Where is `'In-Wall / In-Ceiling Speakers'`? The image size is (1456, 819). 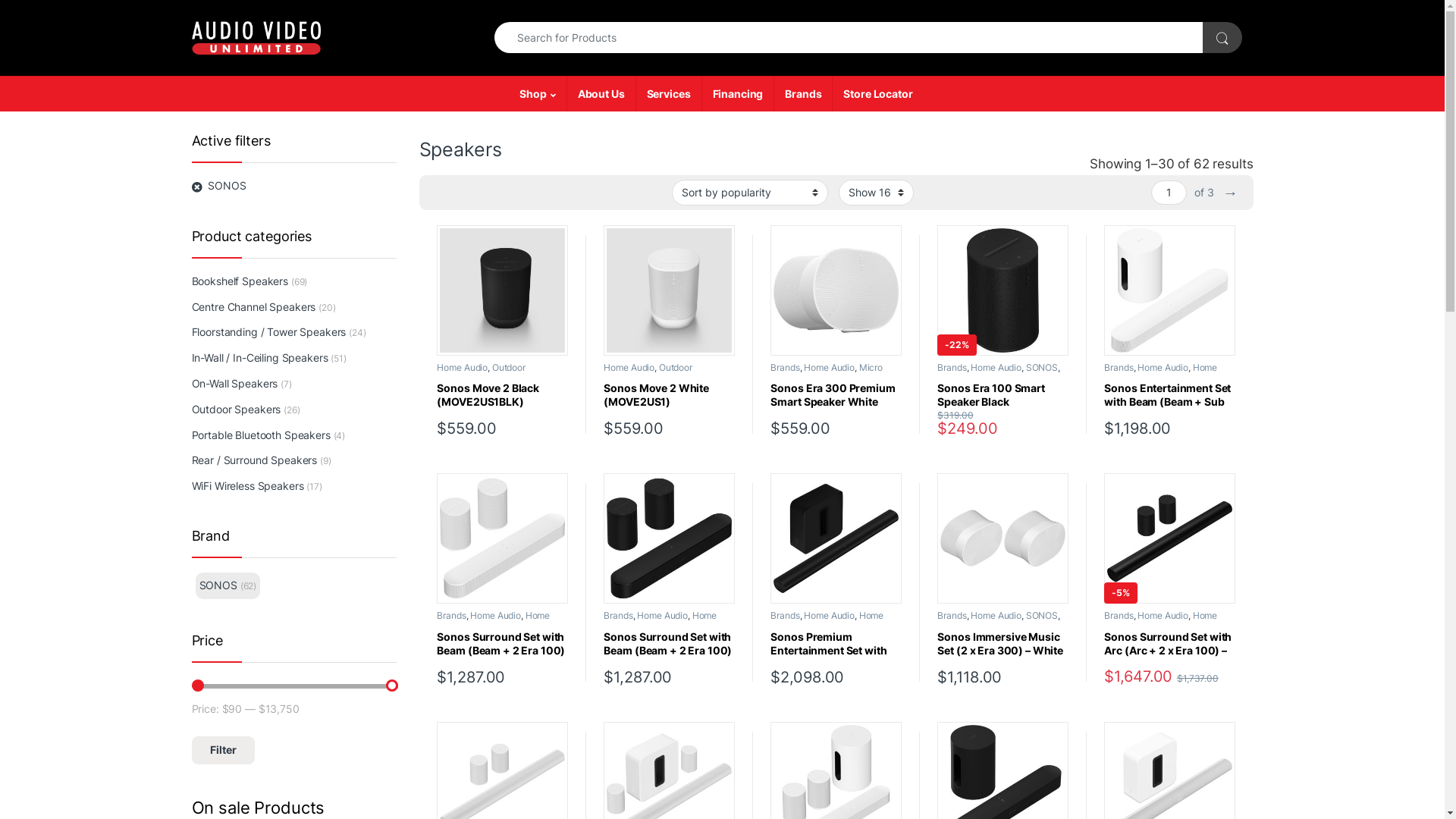 'In-Wall / In-Ceiling Speakers' is located at coordinates (259, 357).